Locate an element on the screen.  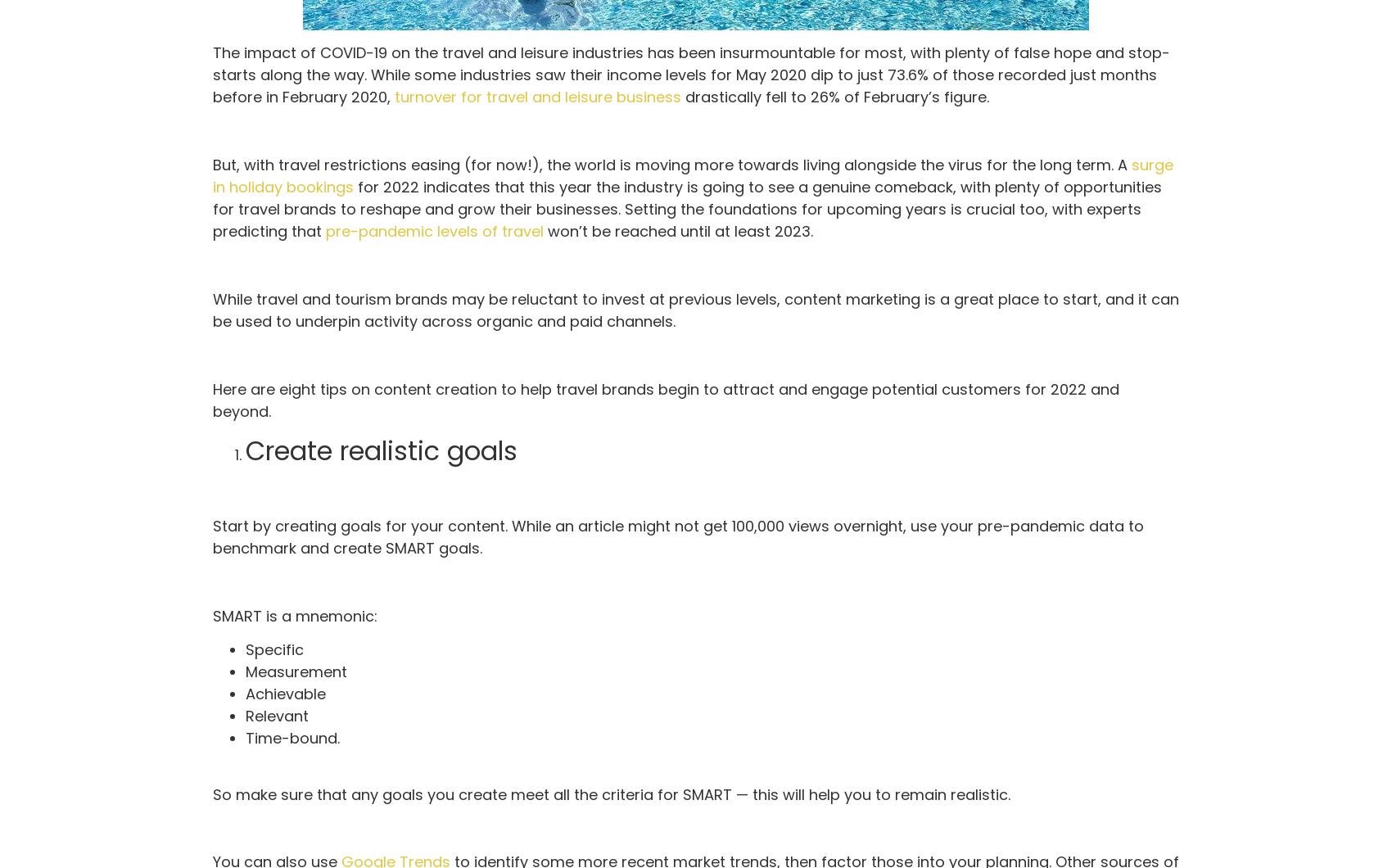
'Achievable' is located at coordinates (285, 694).